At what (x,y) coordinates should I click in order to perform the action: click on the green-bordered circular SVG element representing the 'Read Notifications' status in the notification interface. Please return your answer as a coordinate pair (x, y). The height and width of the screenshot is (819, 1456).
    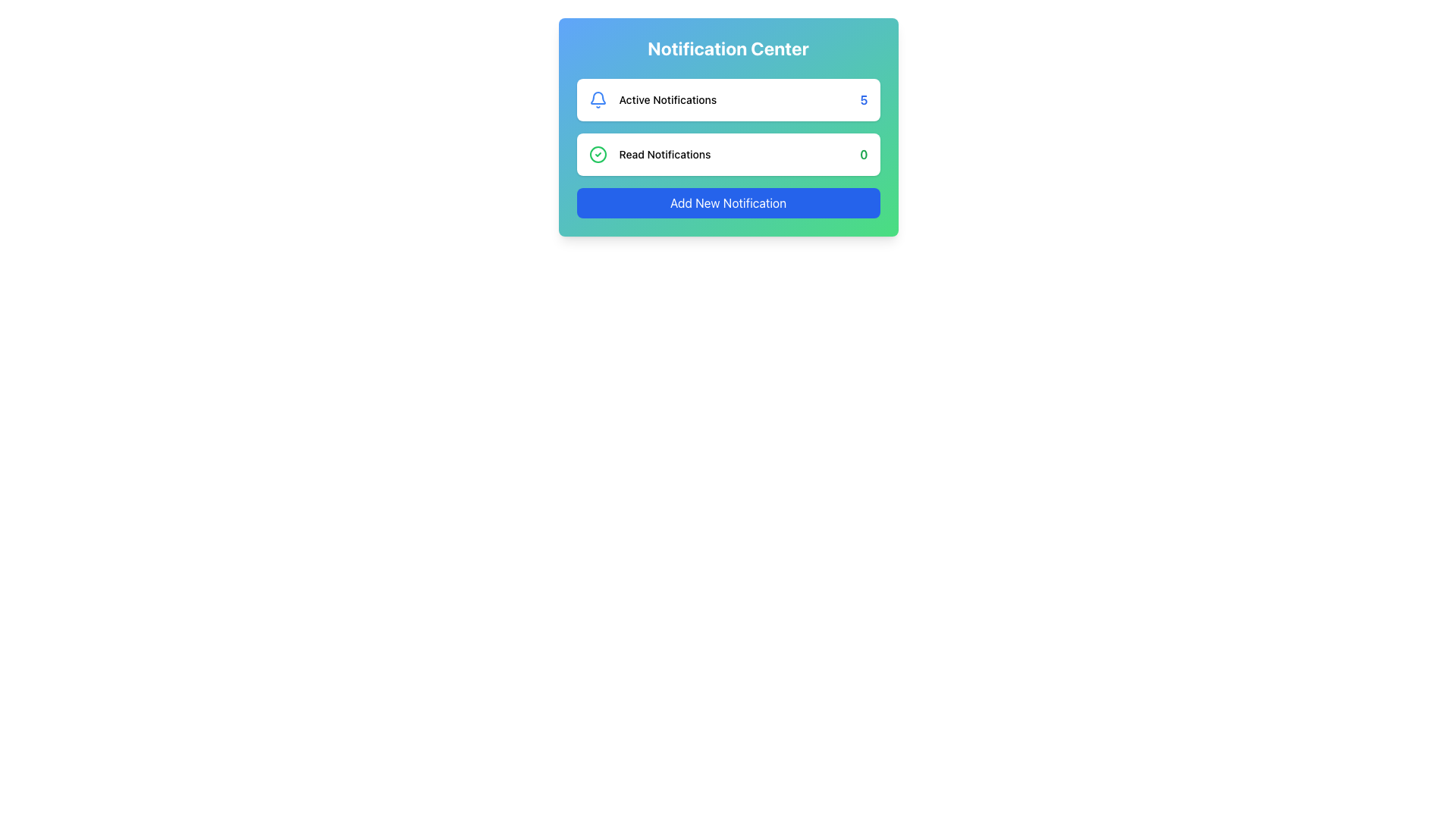
    Looking at the image, I should click on (597, 155).